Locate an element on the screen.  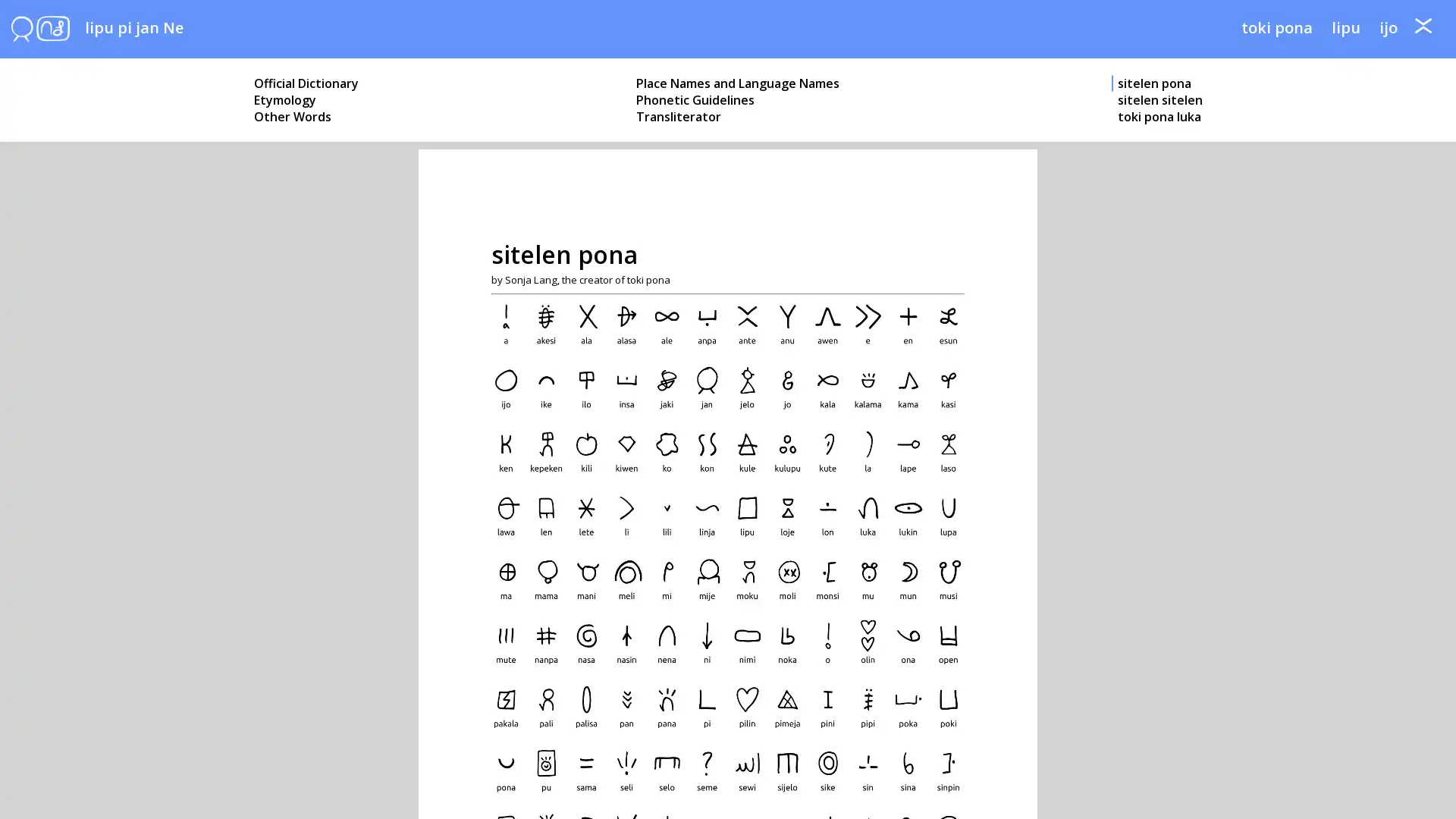
ante is located at coordinates (1422, 35).